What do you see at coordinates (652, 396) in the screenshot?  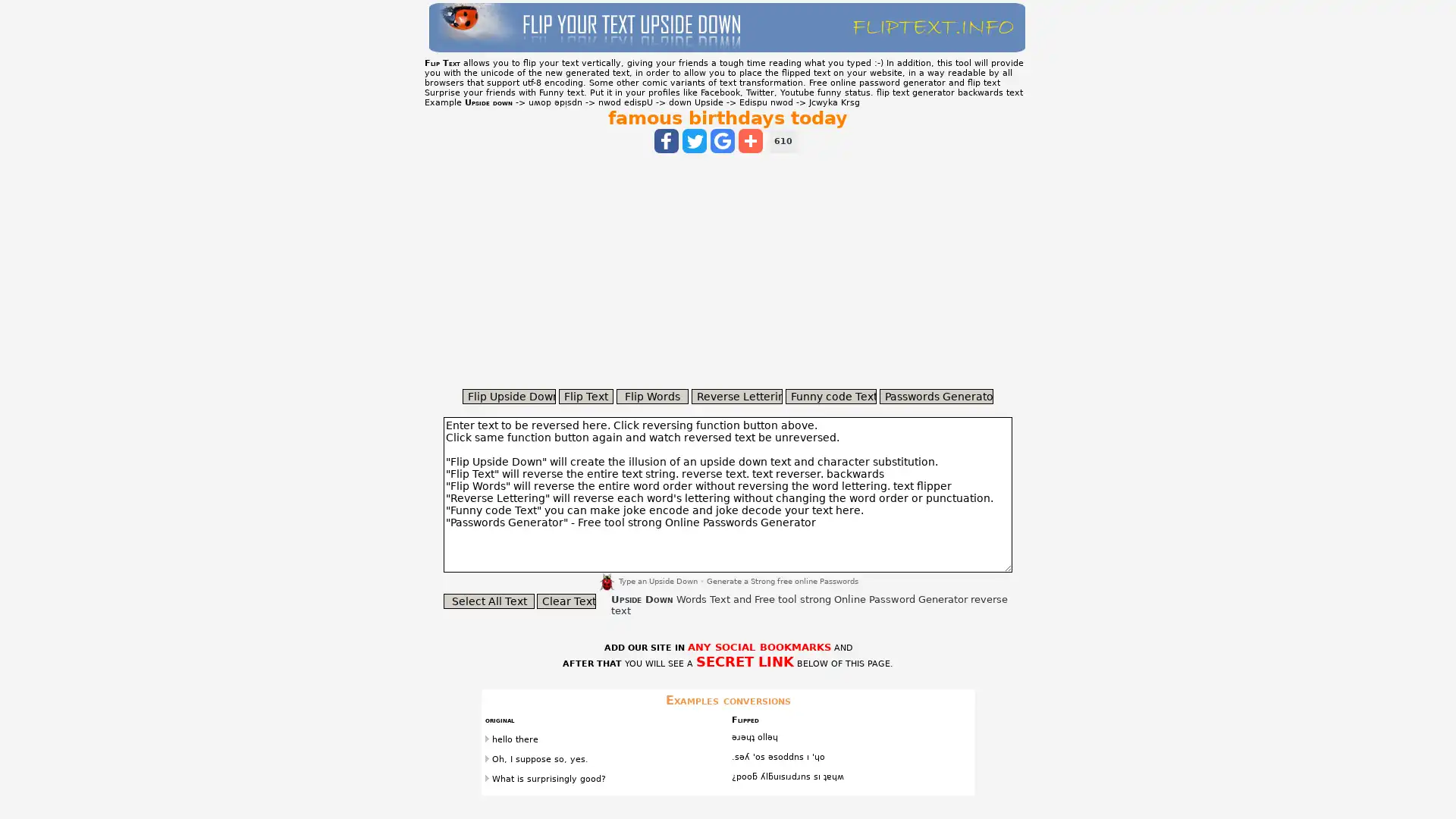 I see `Flip Words` at bounding box center [652, 396].